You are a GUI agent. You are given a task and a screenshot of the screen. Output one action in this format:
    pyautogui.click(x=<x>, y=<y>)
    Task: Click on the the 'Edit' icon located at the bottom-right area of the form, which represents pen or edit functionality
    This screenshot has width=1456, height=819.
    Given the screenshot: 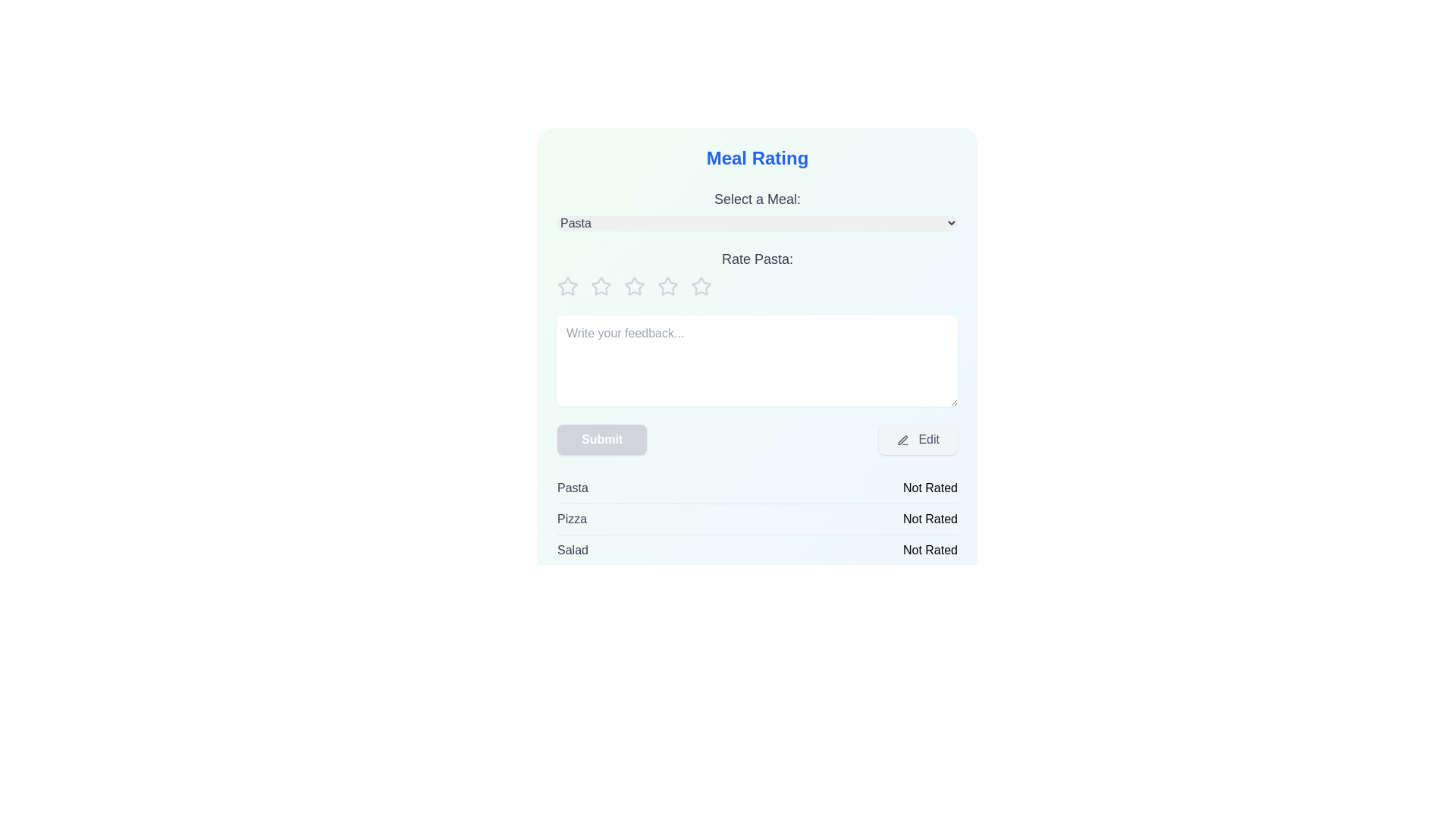 What is the action you would take?
    pyautogui.click(x=902, y=440)
    